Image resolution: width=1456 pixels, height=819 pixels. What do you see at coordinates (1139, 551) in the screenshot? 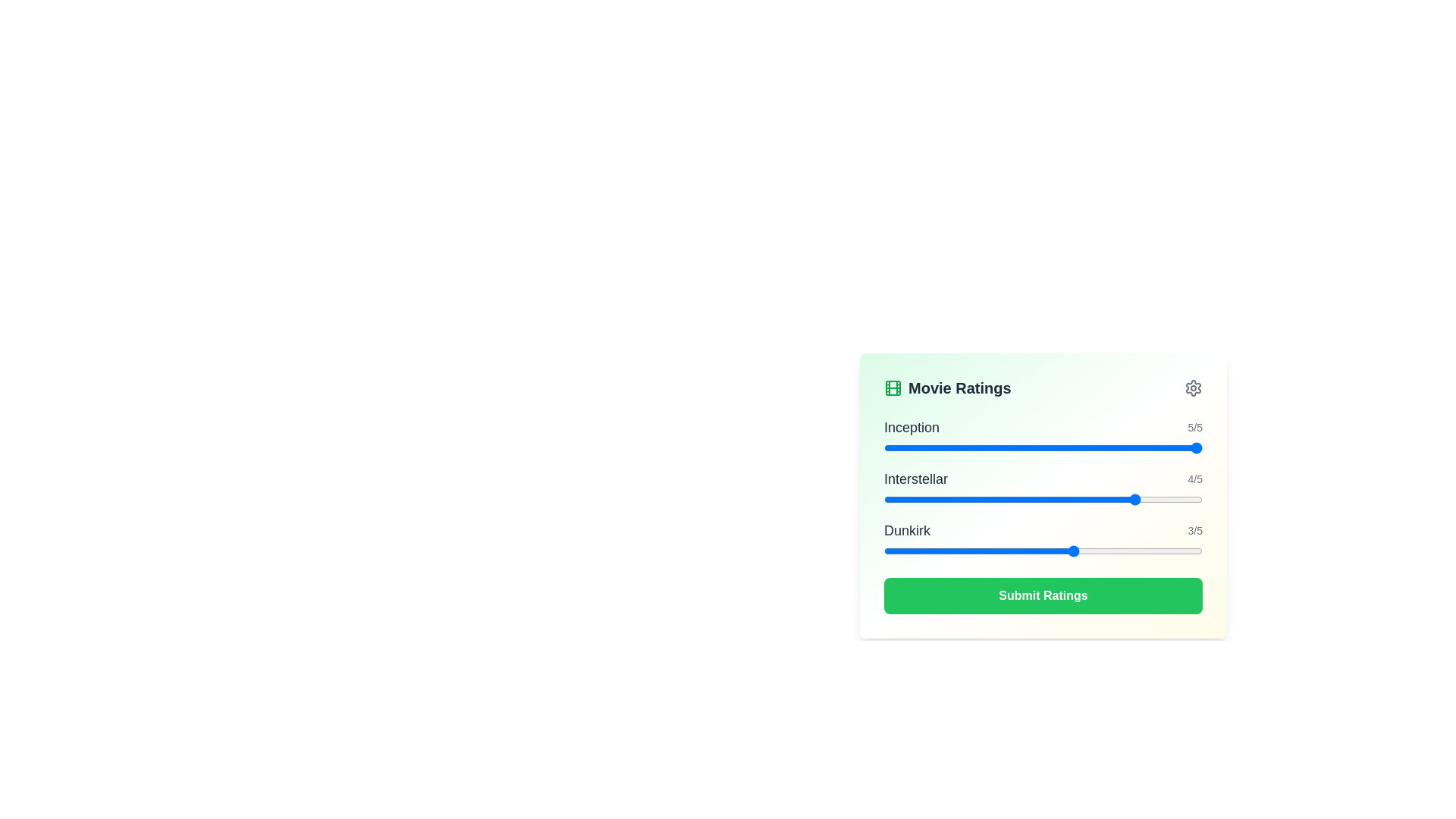
I see `the rating for Dunkirk` at bounding box center [1139, 551].